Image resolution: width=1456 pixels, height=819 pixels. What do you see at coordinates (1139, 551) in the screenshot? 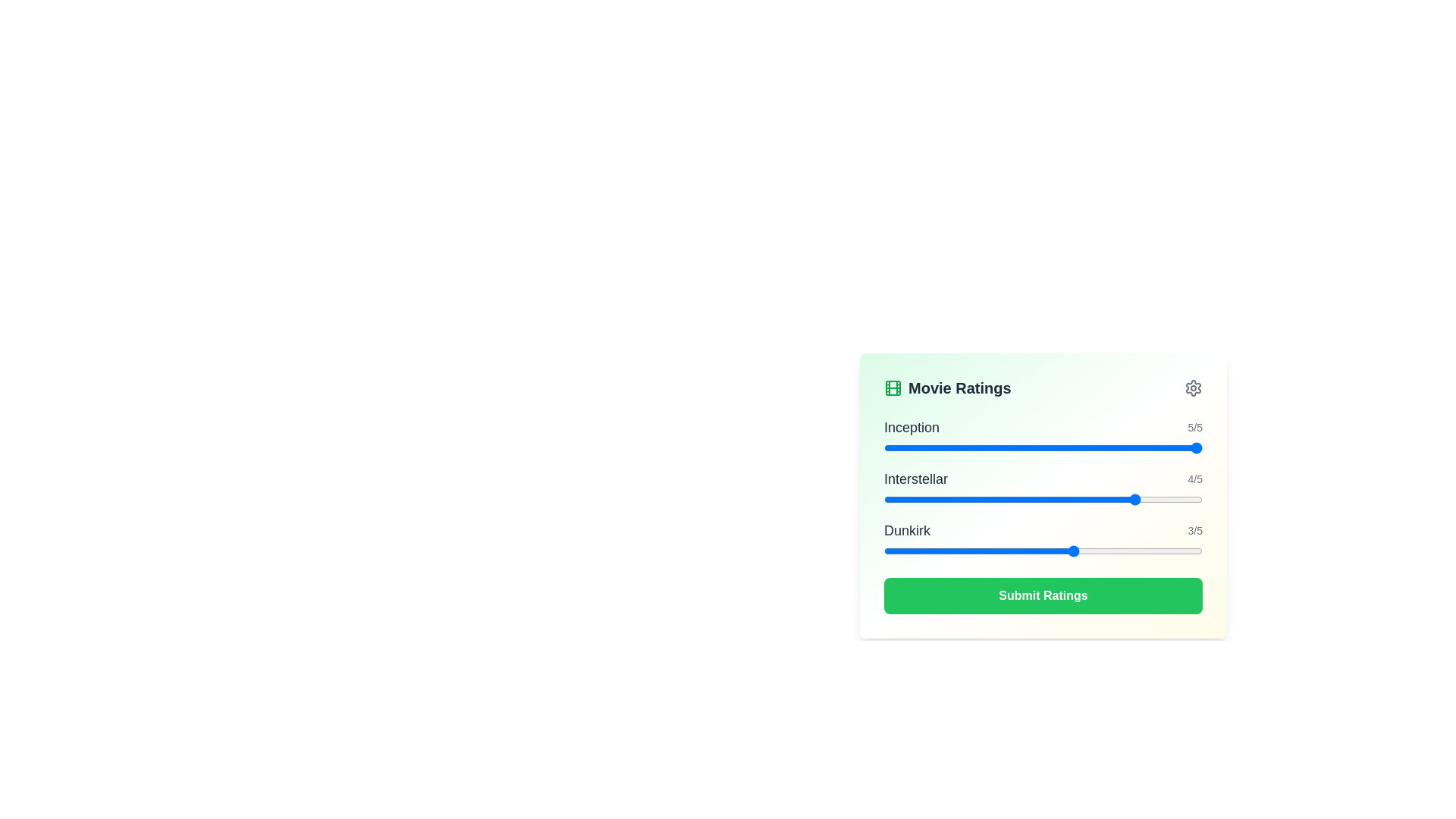
I see `the rating for Dunkirk` at bounding box center [1139, 551].